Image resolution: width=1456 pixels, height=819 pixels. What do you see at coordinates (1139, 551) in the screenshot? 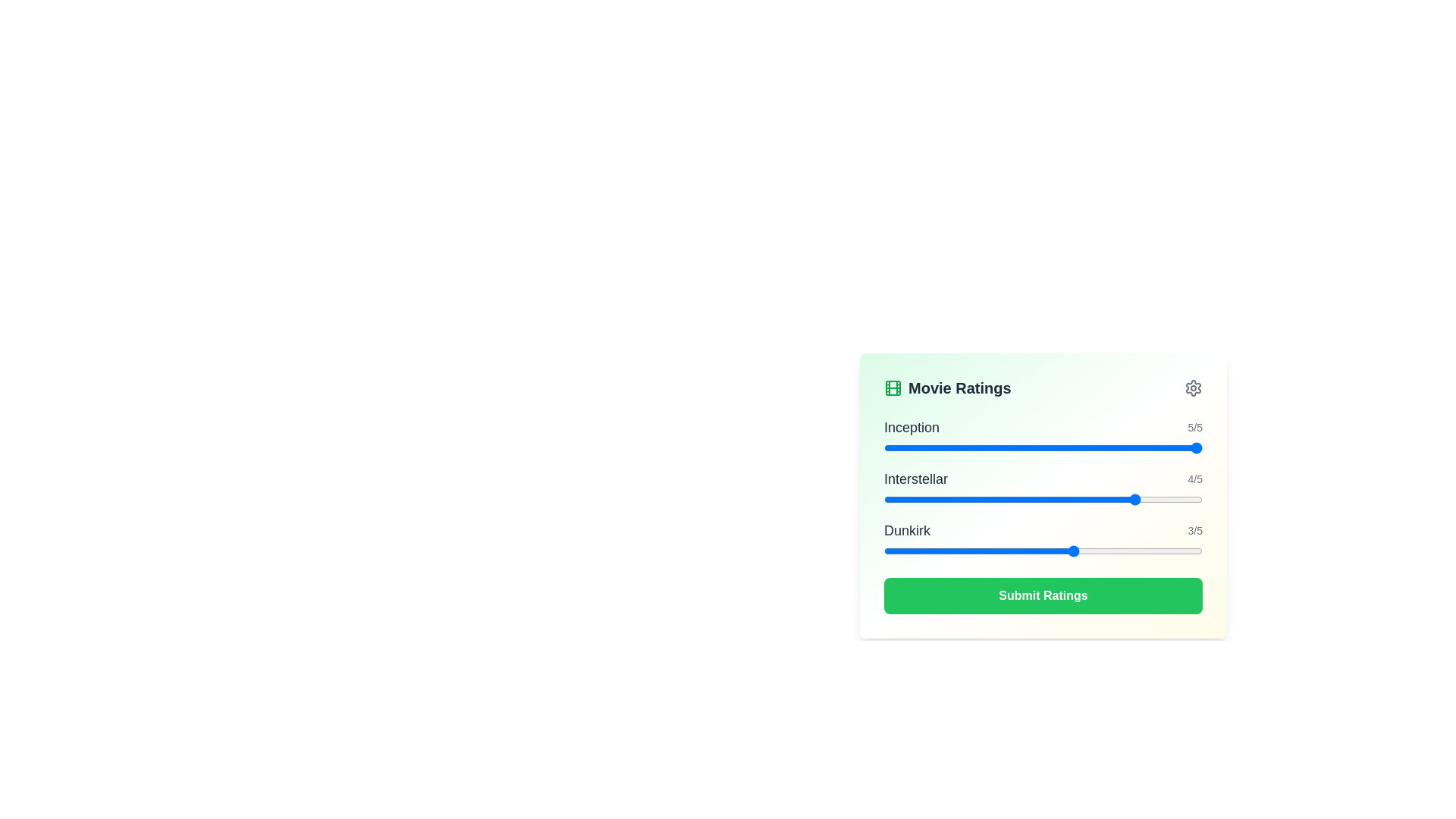
I see `the rating for Dunkirk` at bounding box center [1139, 551].